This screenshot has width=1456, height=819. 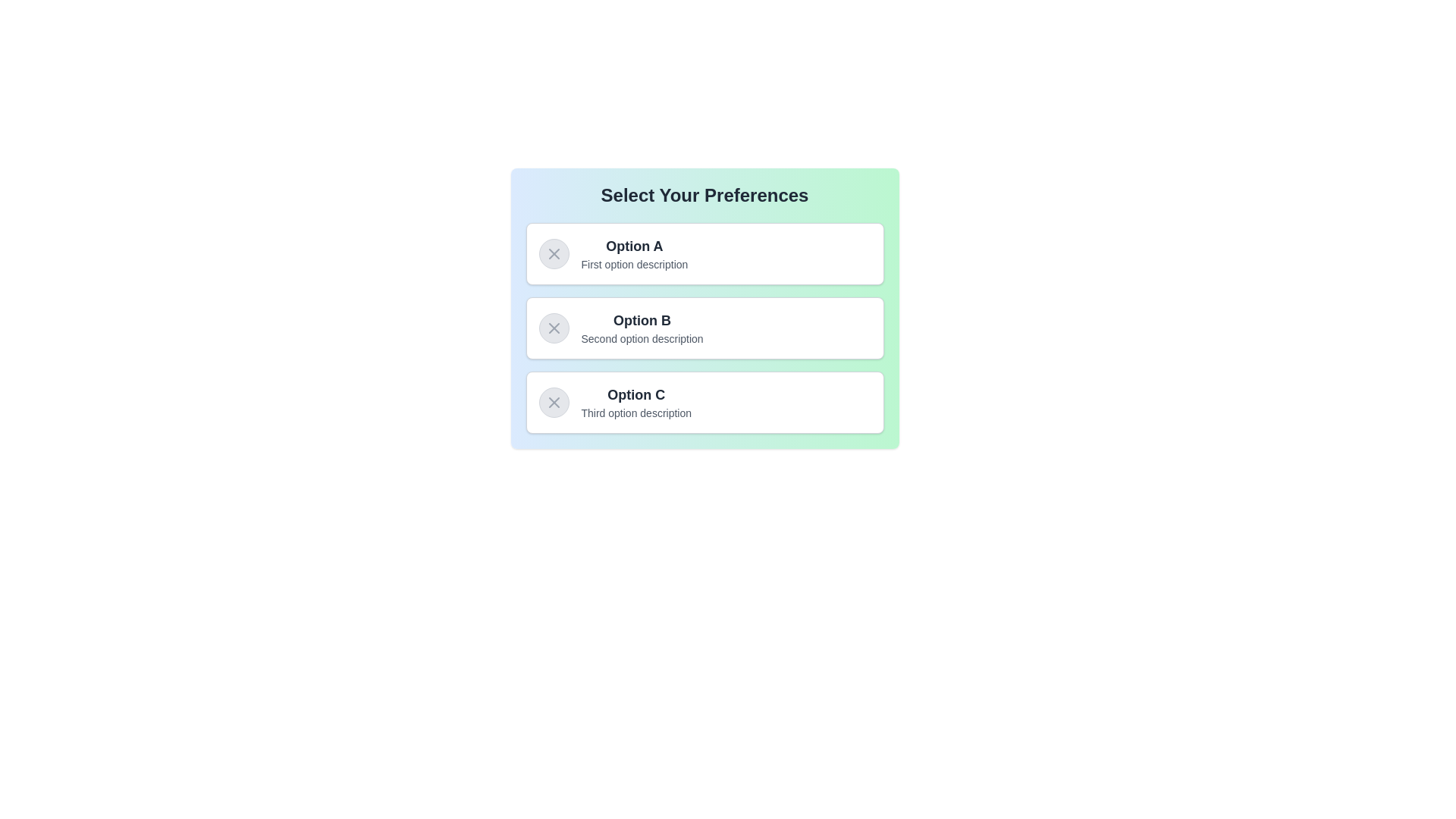 What do you see at coordinates (704, 327) in the screenshot?
I see `the middle selectable card (Option B) located in the 'Select Your Preferences' section` at bounding box center [704, 327].